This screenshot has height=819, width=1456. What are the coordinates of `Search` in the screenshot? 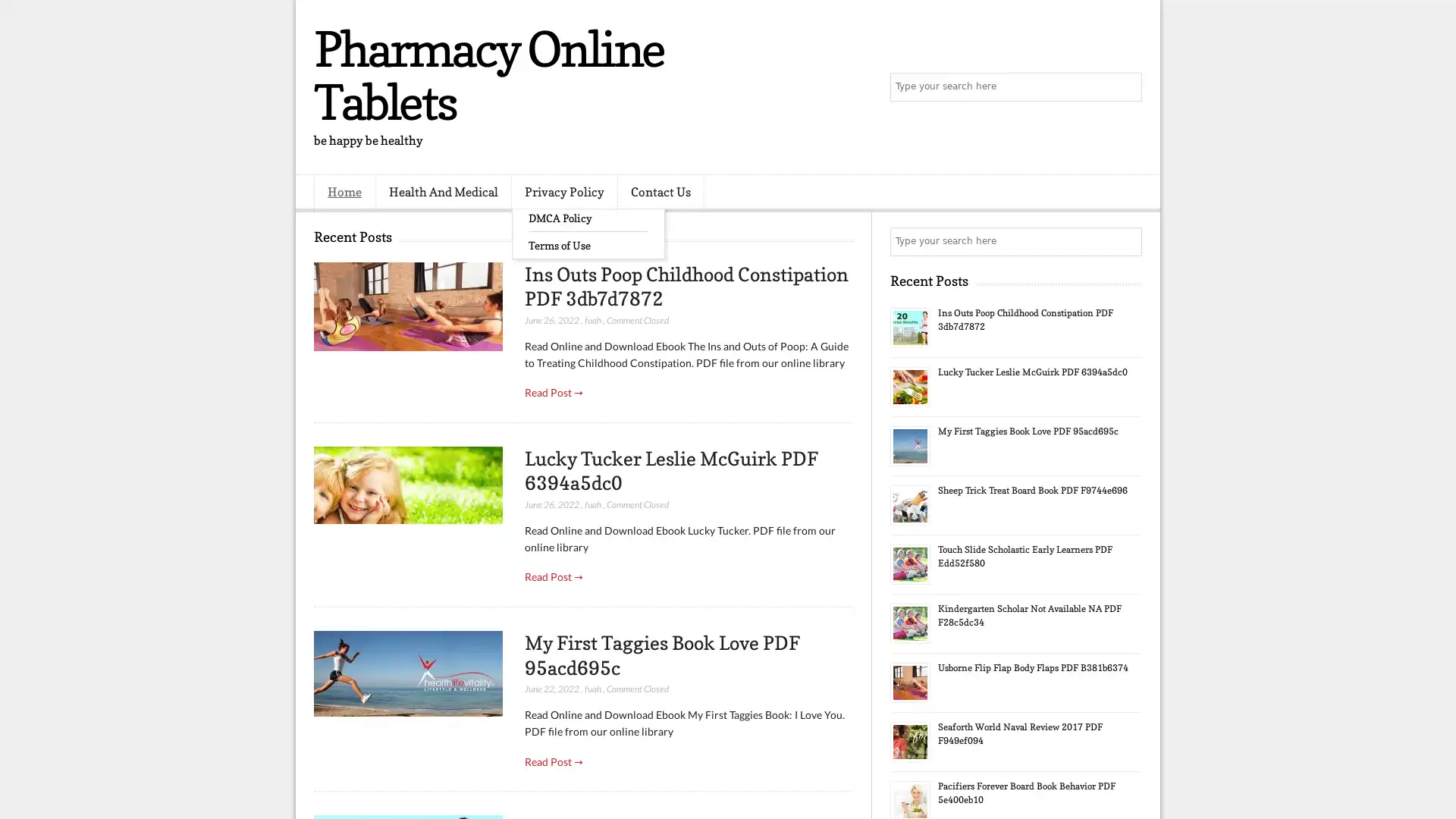 It's located at (1126, 241).